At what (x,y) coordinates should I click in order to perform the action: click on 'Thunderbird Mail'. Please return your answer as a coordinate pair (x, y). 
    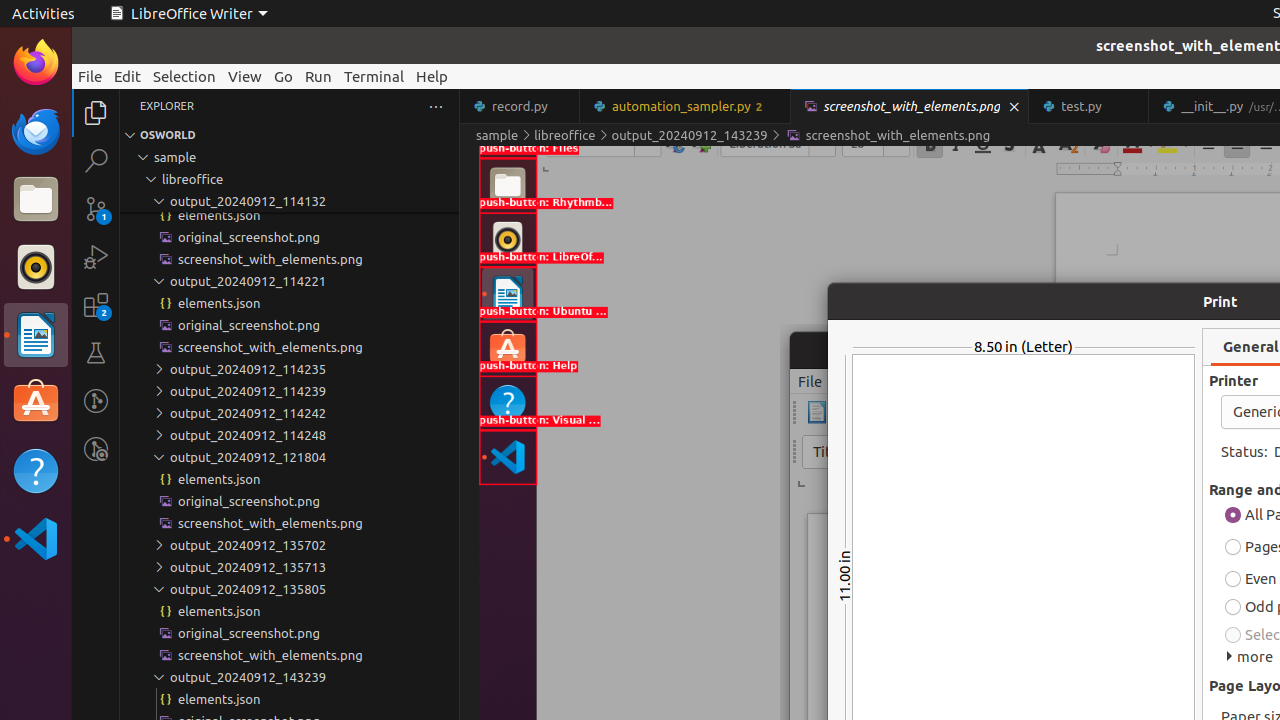
    Looking at the image, I should click on (35, 130).